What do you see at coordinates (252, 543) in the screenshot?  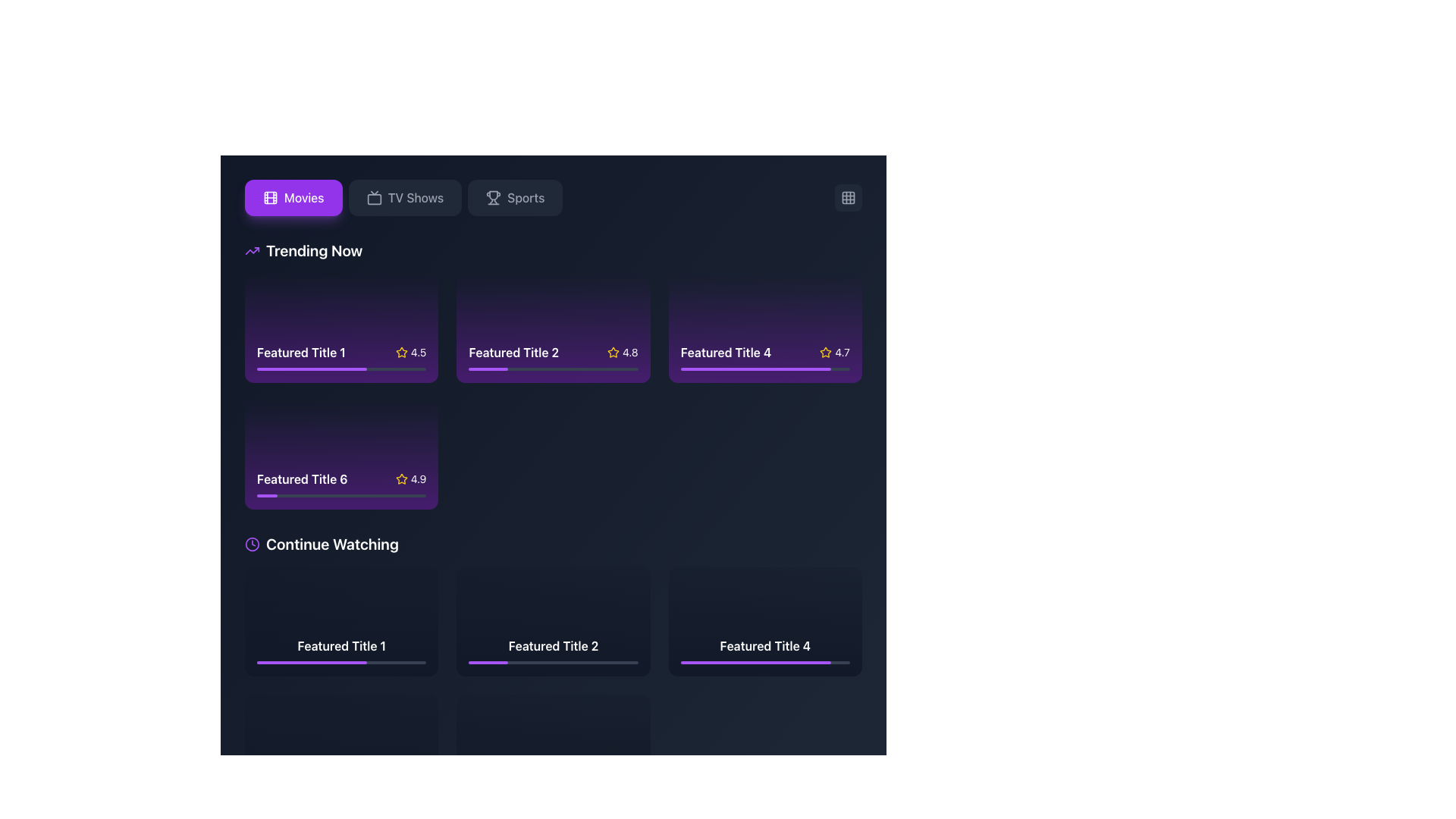 I see `visual cue icon indicating time-related context located to the left of the 'Continue Watching' text in the video streaming interface` at bounding box center [252, 543].